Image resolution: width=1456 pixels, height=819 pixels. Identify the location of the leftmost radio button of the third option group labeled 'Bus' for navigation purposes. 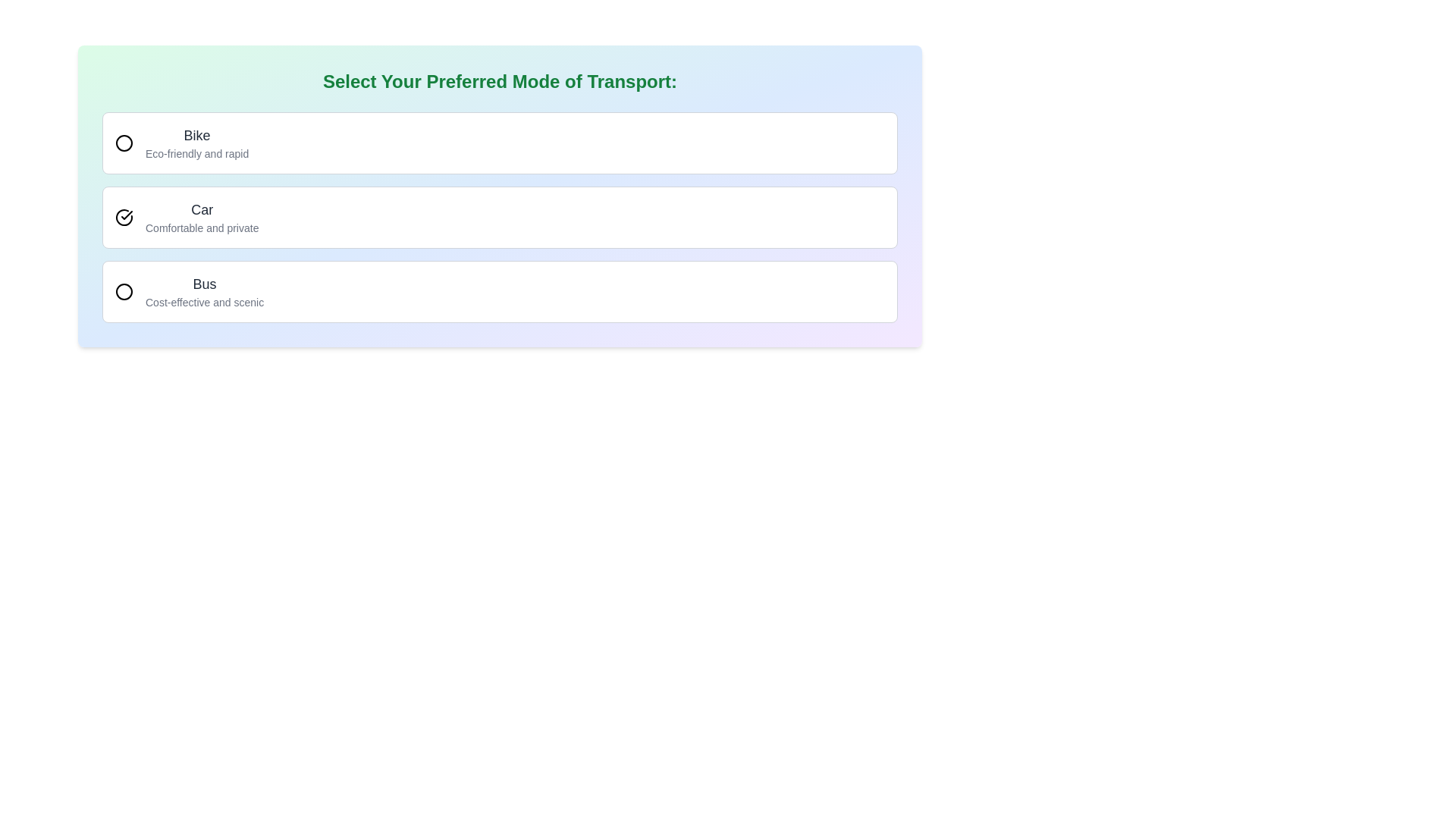
(124, 292).